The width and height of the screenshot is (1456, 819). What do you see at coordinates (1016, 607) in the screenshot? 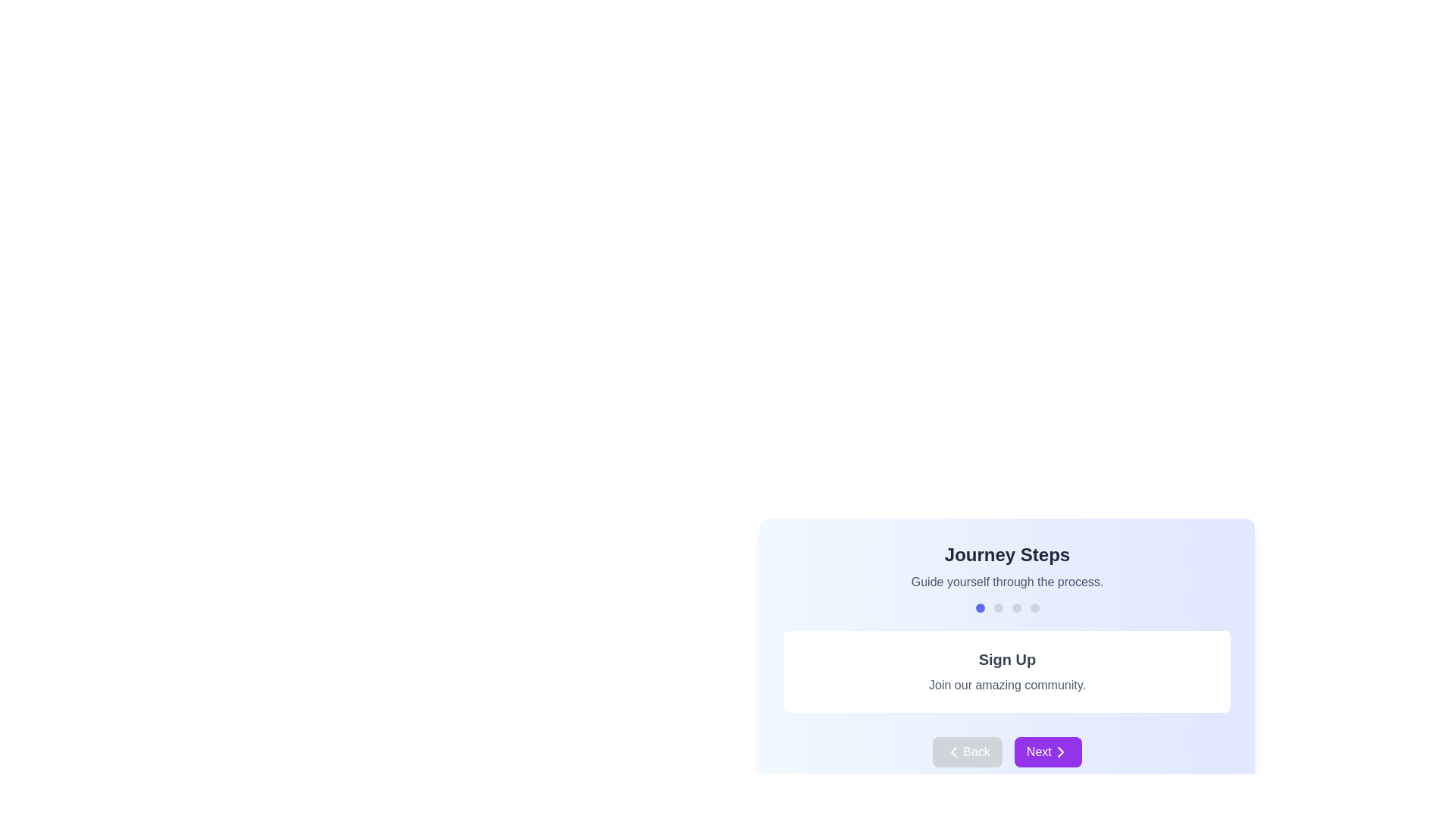
I see `the third circular indicator in the progress tracker located beneath the 'Journey Steps' header and above the 'Sign Up' text block` at bounding box center [1016, 607].